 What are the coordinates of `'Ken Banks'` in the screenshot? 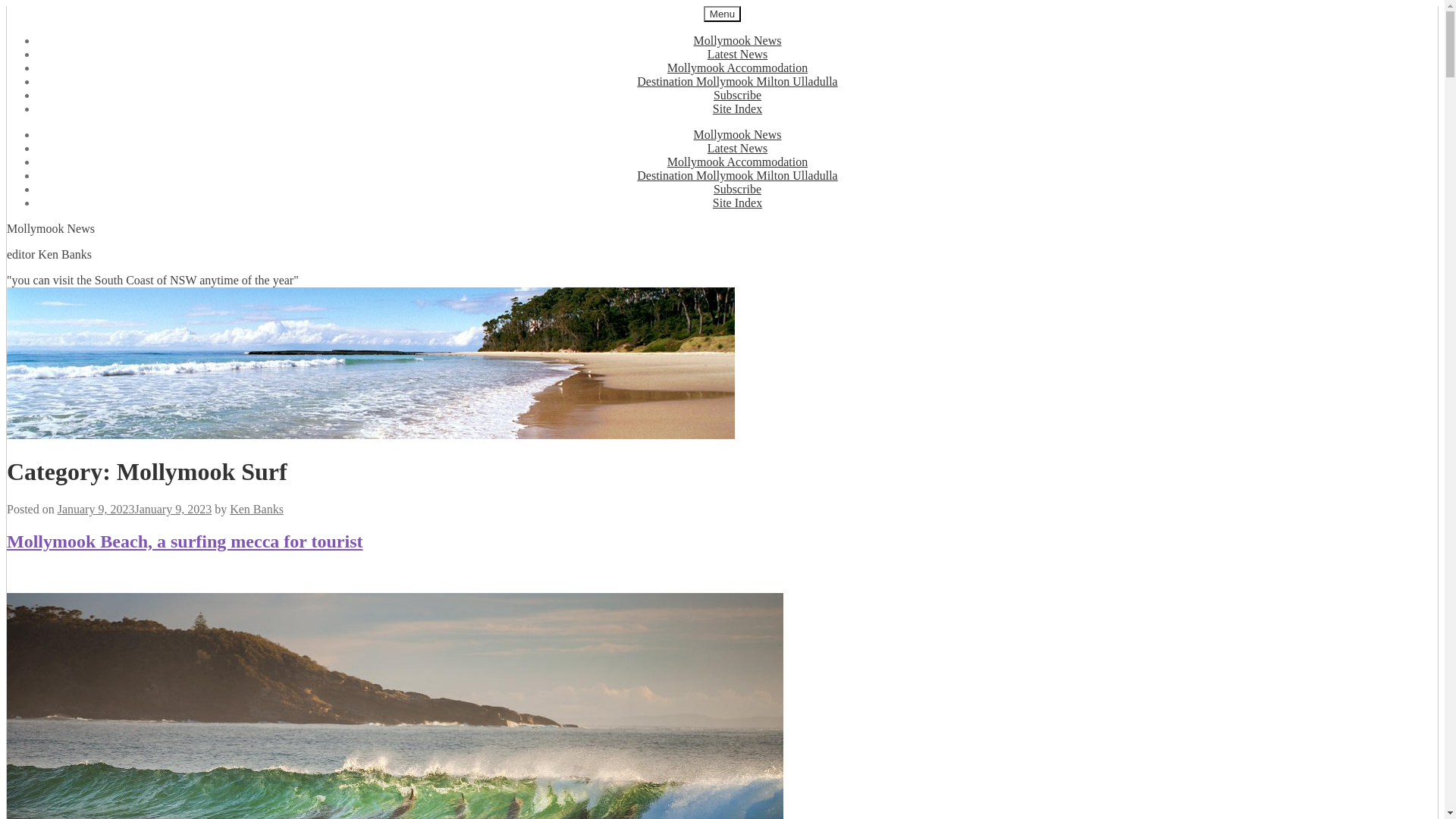 It's located at (256, 509).